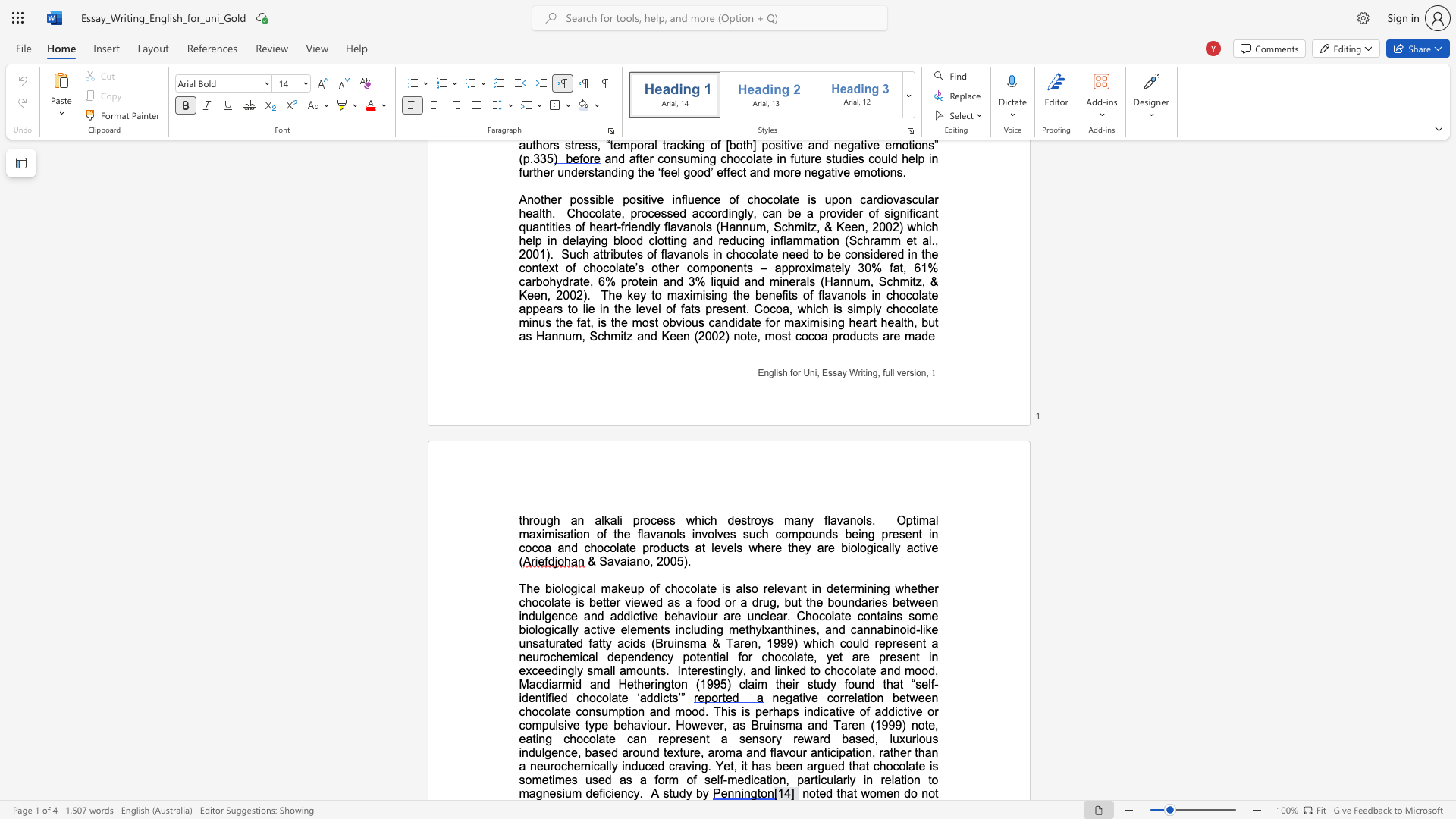  I want to click on the subset text "tudy" within the text "A study by", so click(668, 792).